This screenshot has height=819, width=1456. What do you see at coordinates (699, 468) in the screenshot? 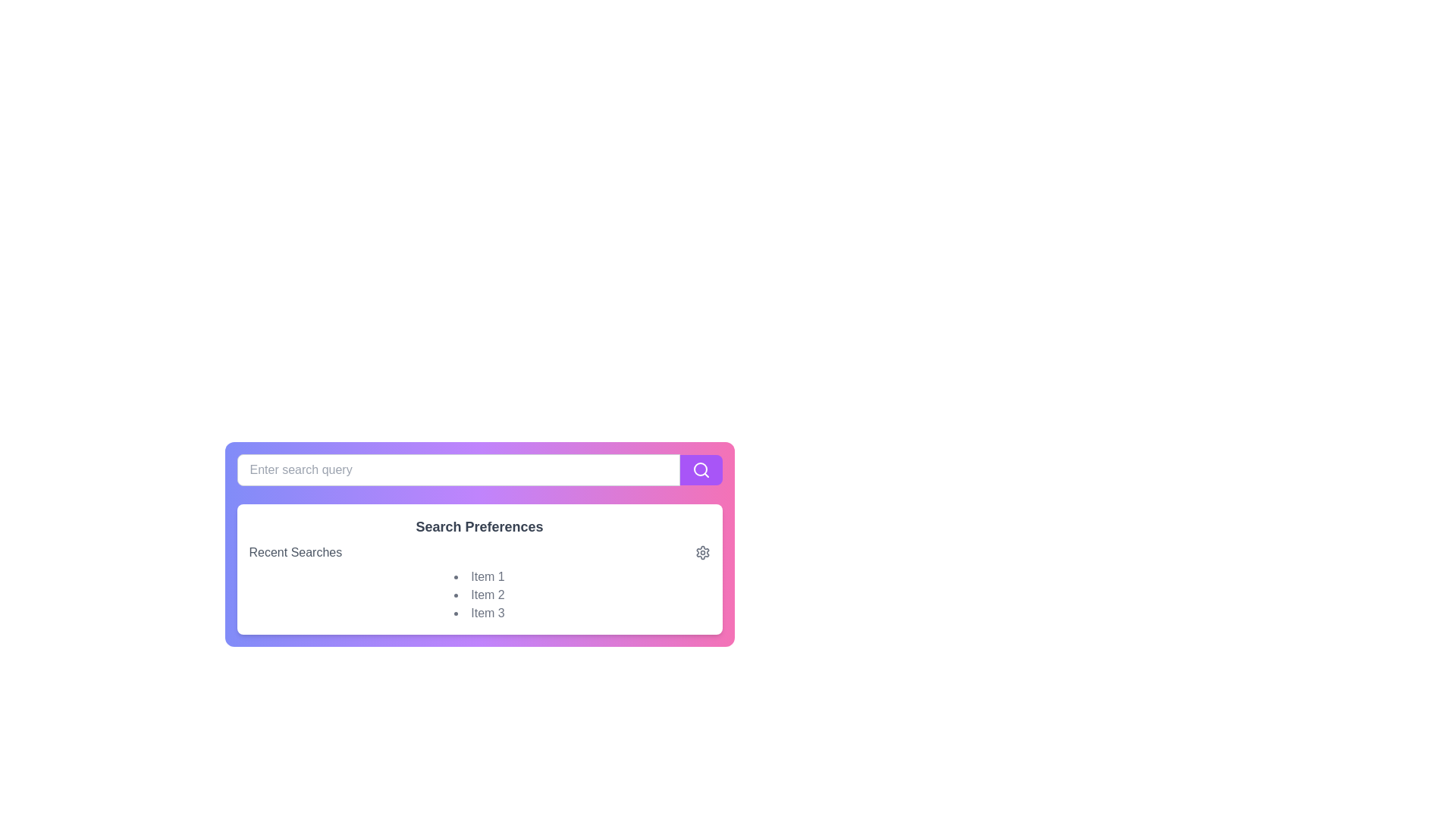
I see `the SVG circle element that represents the magnifying glass icon in the search bar` at bounding box center [699, 468].